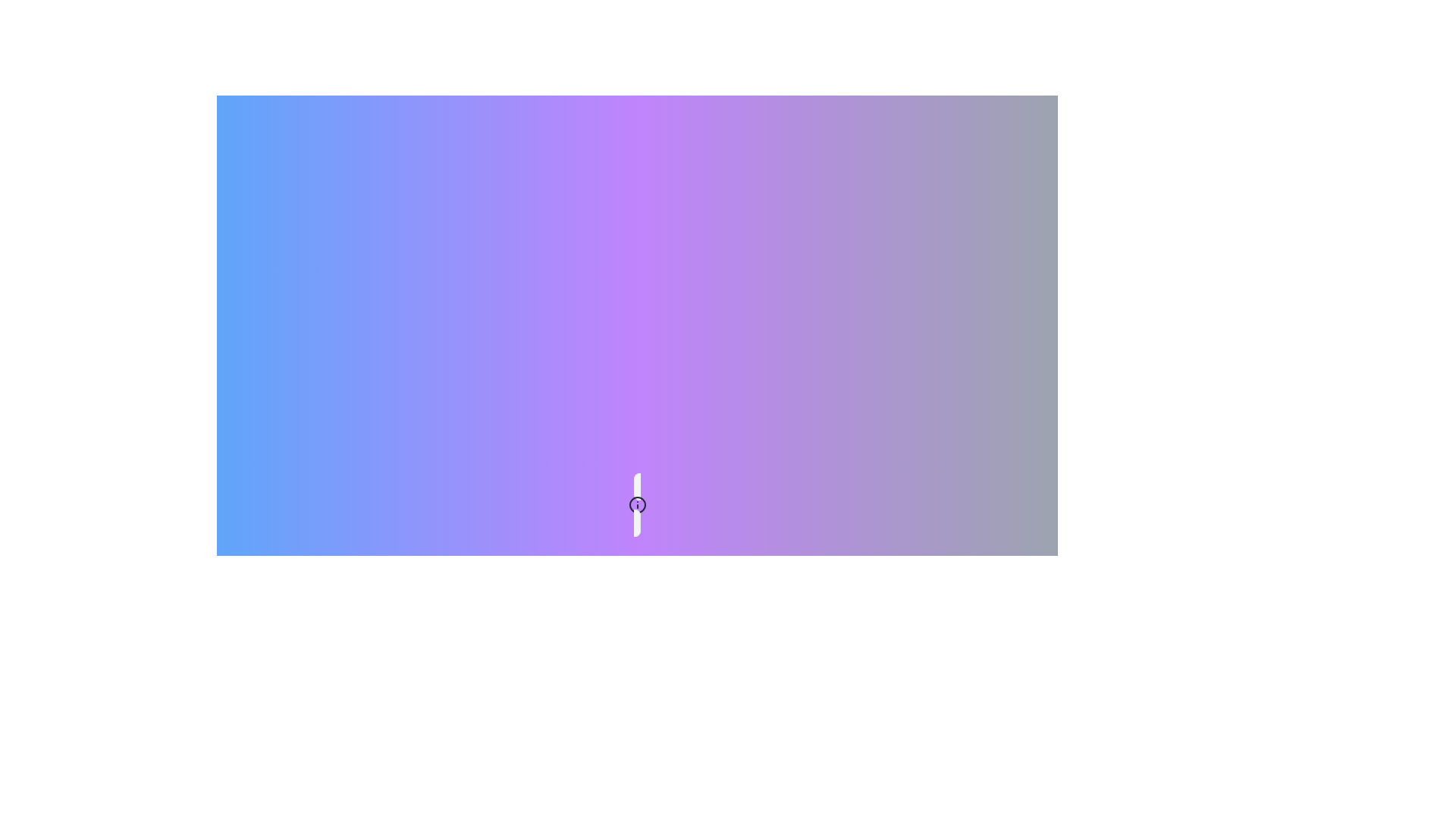 This screenshot has width=1456, height=819. I want to click on the white rectangular button with rounded edges that contains a circle with an exclamation mark inside to trigger the tooltip, so click(637, 505).